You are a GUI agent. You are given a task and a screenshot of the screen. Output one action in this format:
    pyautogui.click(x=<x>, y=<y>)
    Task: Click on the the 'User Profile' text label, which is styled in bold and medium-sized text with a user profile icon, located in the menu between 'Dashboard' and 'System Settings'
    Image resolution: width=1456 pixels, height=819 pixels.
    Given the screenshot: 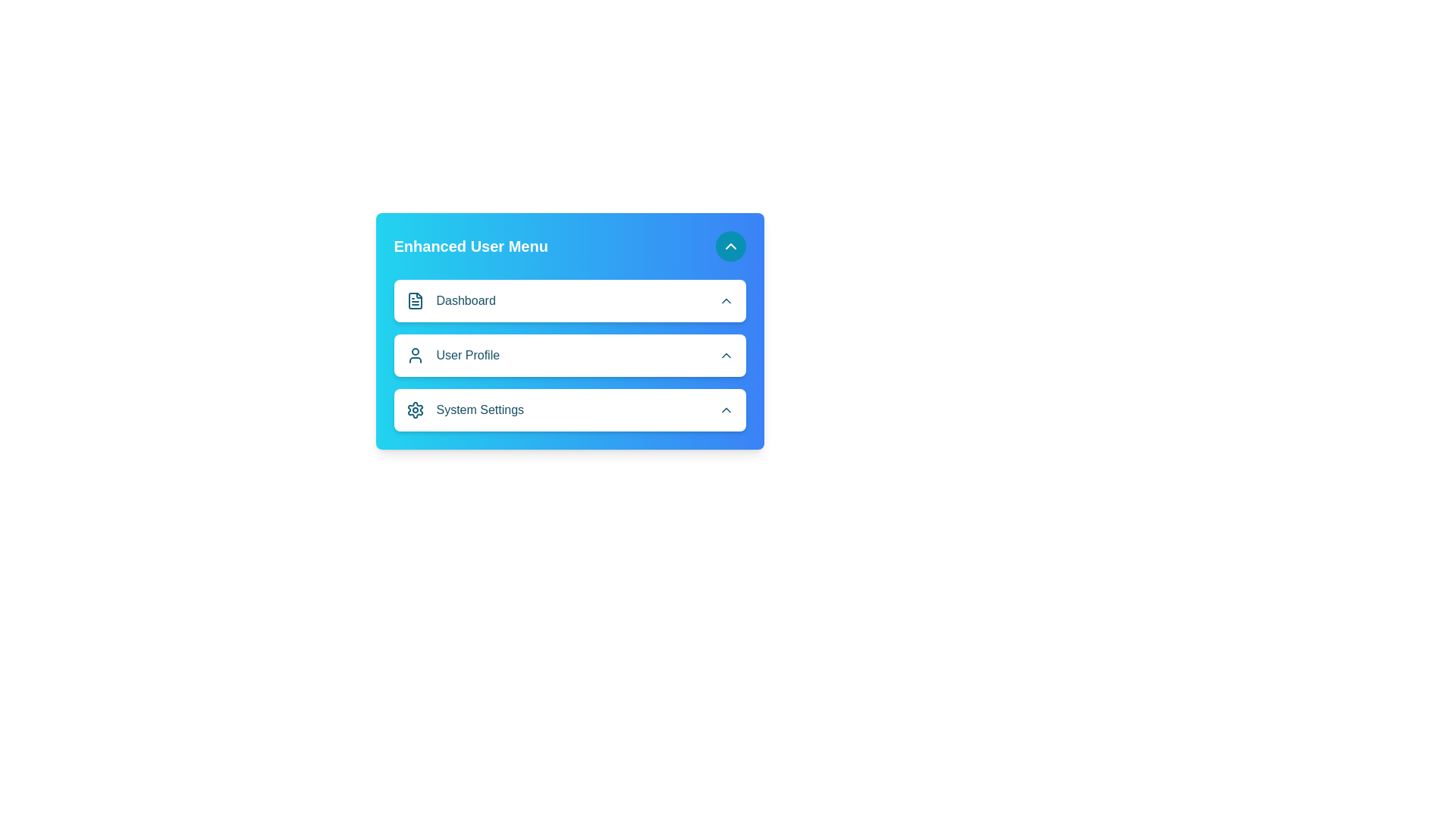 What is the action you would take?
    pyautogui.click(x=451, y=356)
    